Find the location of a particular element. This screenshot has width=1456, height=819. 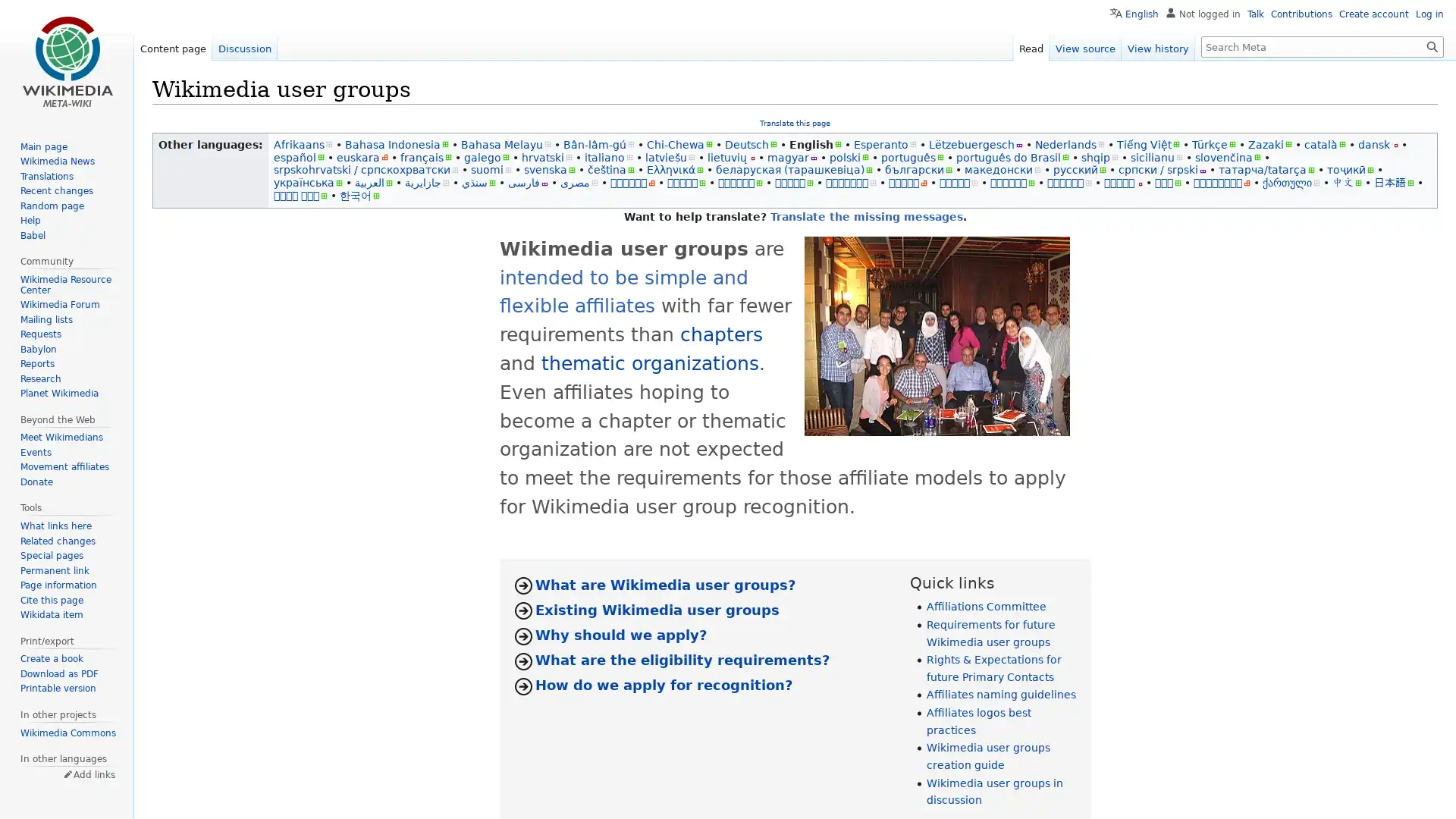

Search is located at coordinates (1432, 45).